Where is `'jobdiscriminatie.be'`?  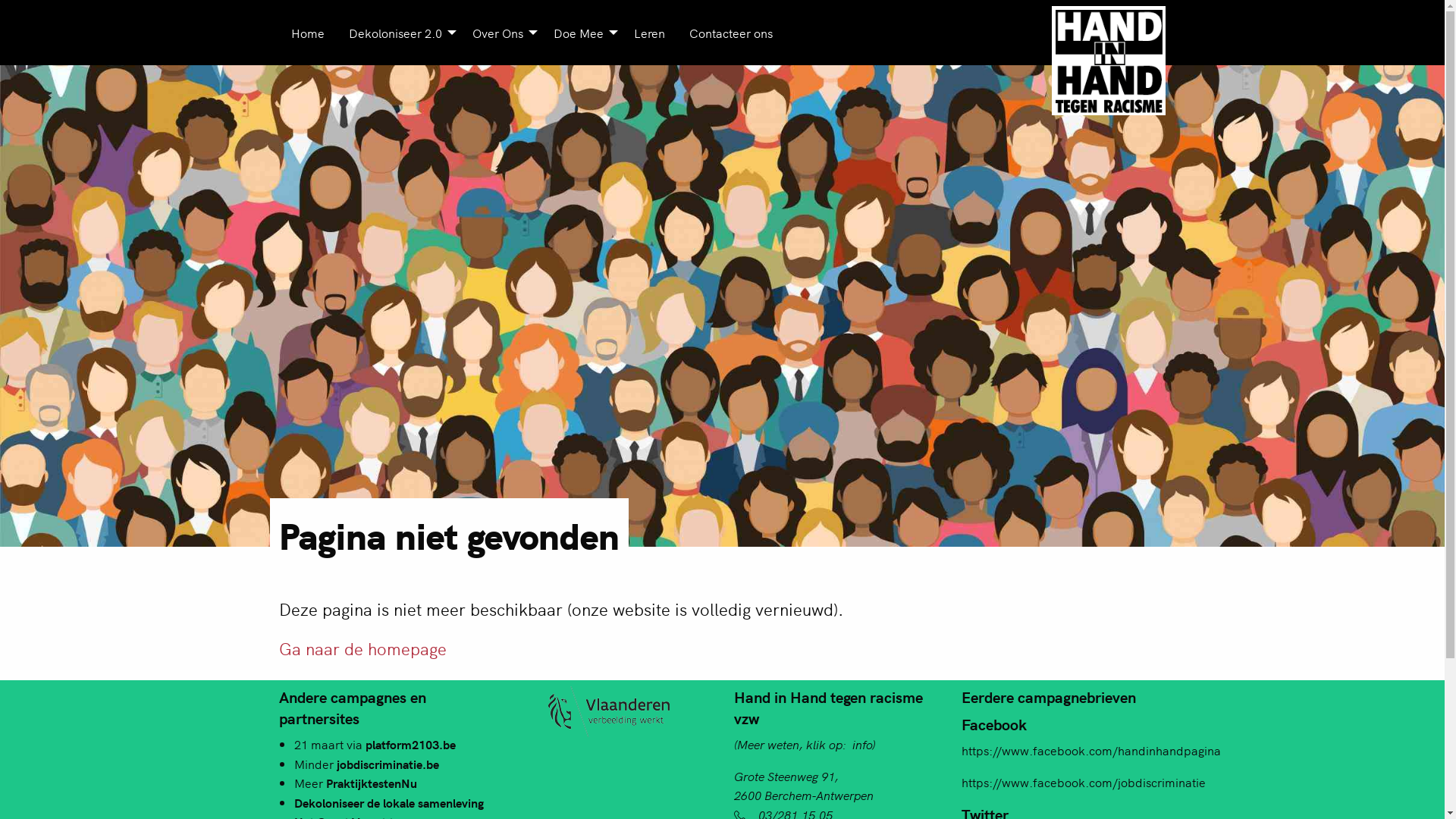
'jobdiscriminatie.be' is located at coordinates (388, 763).